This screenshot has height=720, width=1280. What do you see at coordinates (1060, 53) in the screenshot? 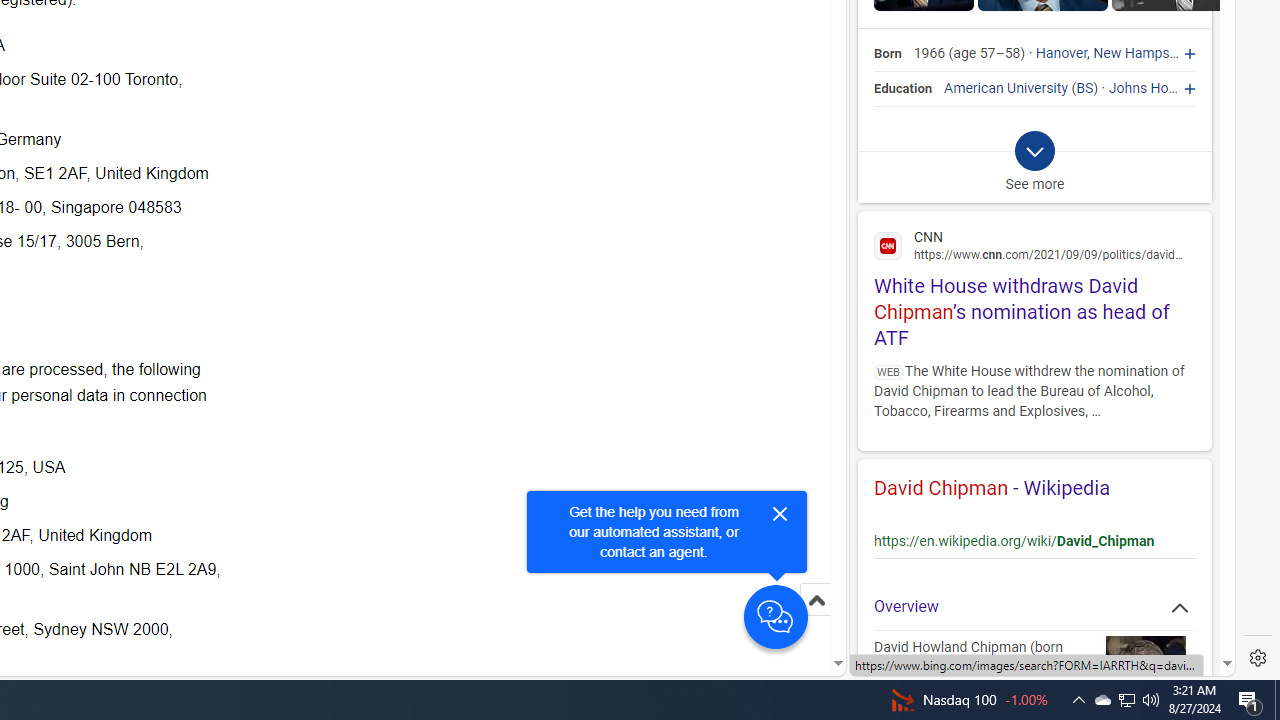
I see `'Hanover'` at bounding box center [1060, 53].